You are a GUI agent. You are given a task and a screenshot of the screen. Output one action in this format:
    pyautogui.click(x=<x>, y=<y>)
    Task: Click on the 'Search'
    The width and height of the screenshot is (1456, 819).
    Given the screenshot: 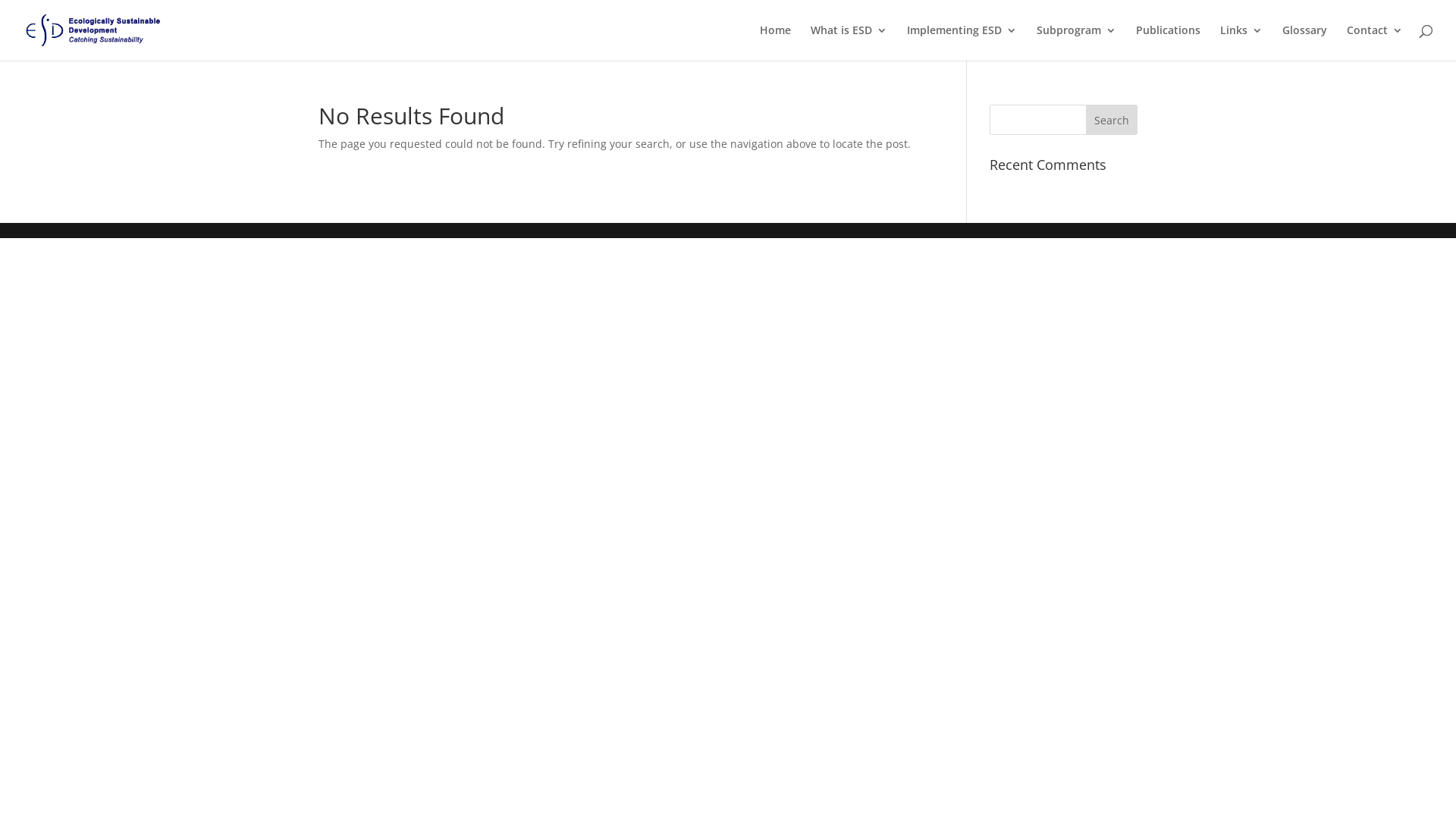 What is the action you would take?
    pyautogui.click(x=1111, y=119)
    